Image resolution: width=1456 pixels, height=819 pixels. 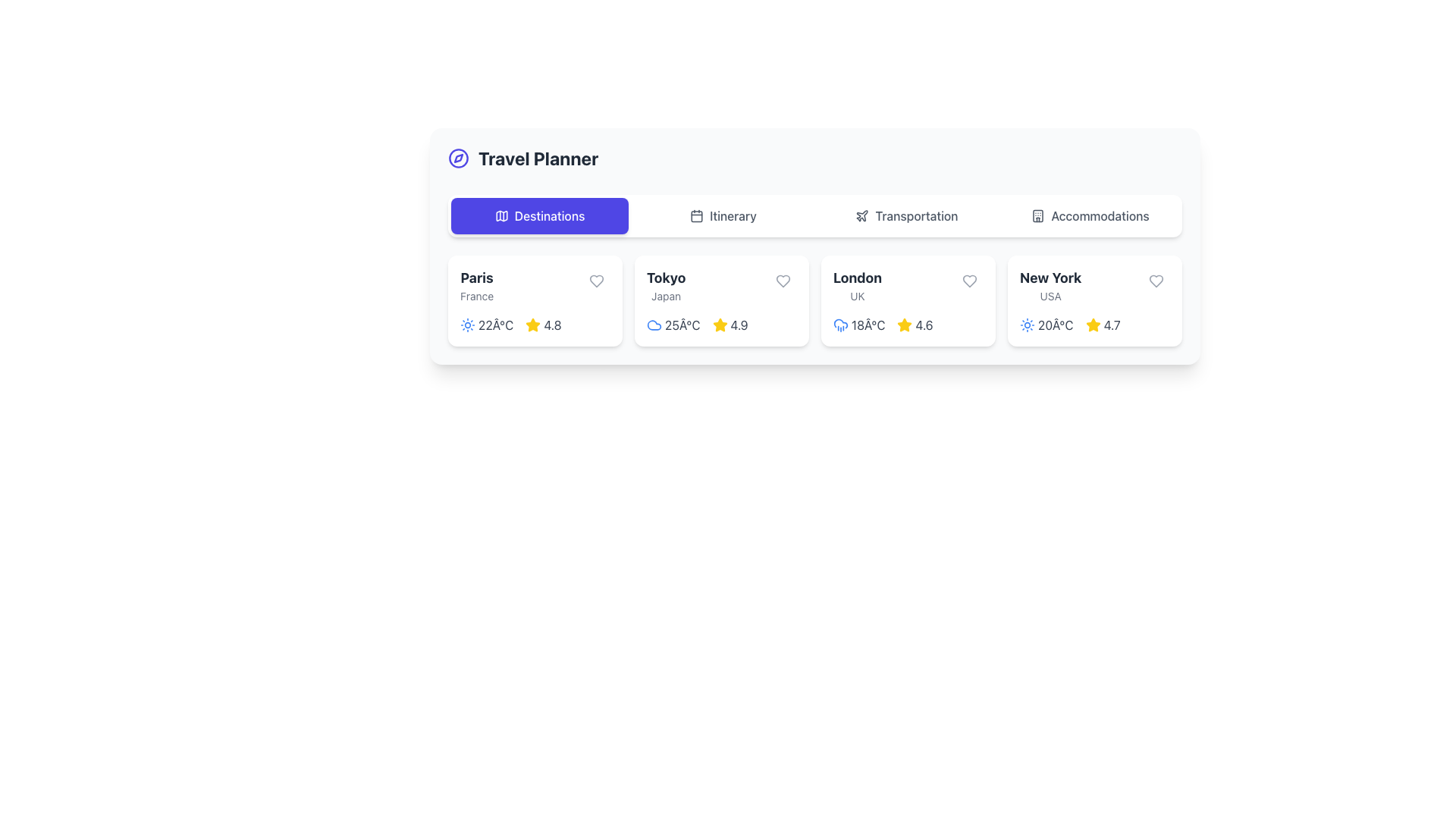 What do you see at coordinates (496, 324) in the screenshot?
I see `text label displaying '22Â°C' that is light gray and positioned next to a sun icon in the Paris section of the travel planner interface` at bounding box center [496, 324].